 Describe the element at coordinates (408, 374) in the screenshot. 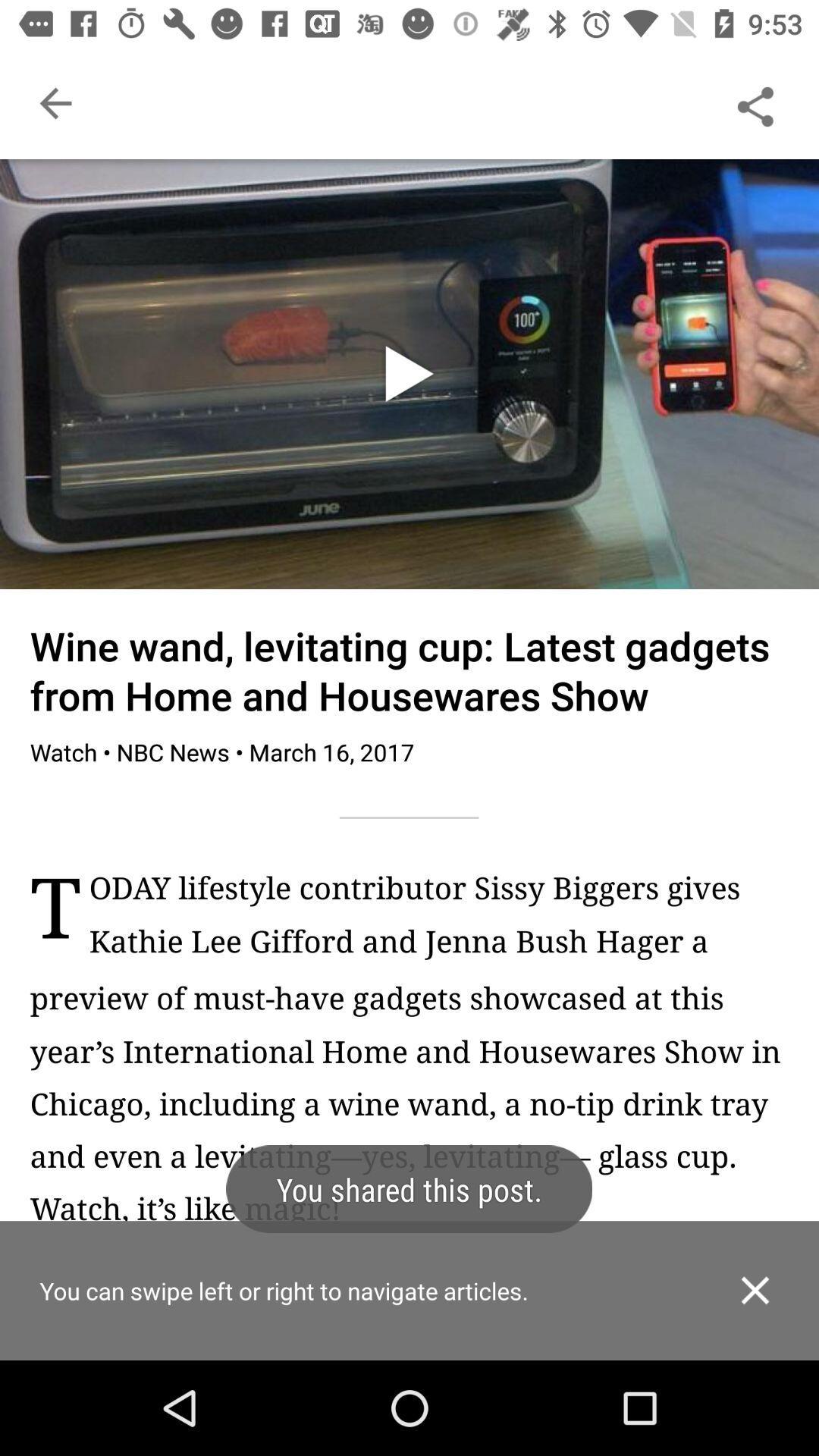

I see `take the play icon from the image` at that location.